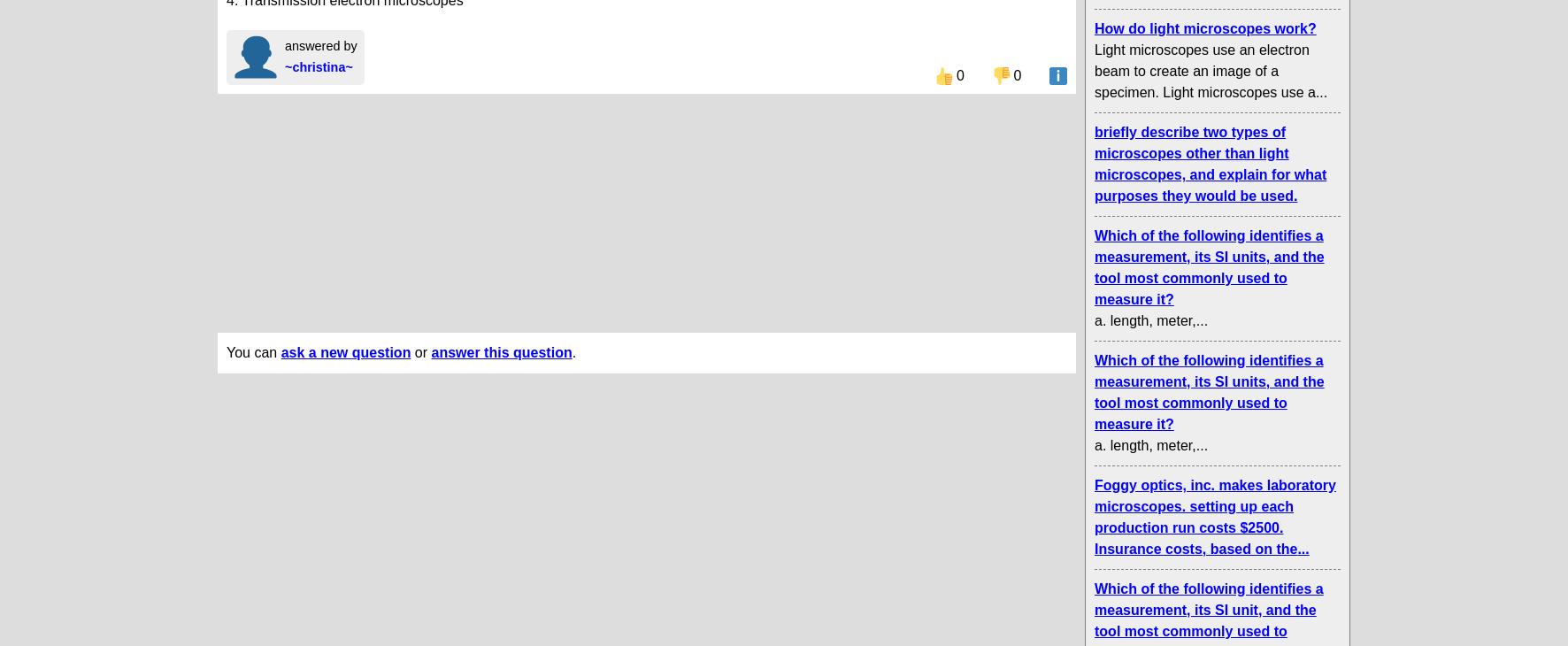 Image resolution: width=1568 pixels, height=646 pixels. I want to click on 'How do light microscopes work?', so click(1203, 27).